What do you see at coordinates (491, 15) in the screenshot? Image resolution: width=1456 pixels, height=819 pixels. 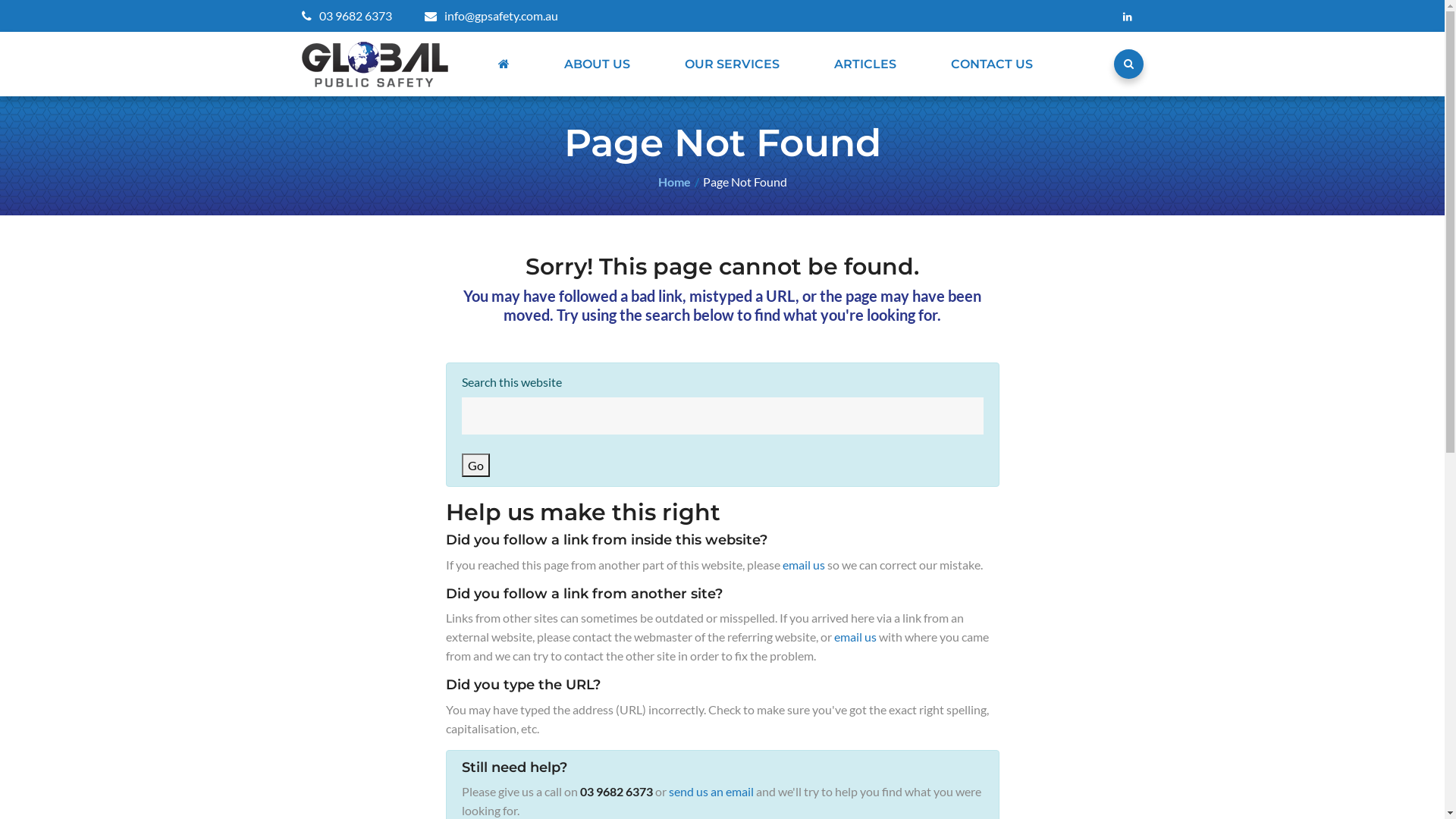 I see `'info@gpsafety.com.au'` at bounding box center [491, 15].